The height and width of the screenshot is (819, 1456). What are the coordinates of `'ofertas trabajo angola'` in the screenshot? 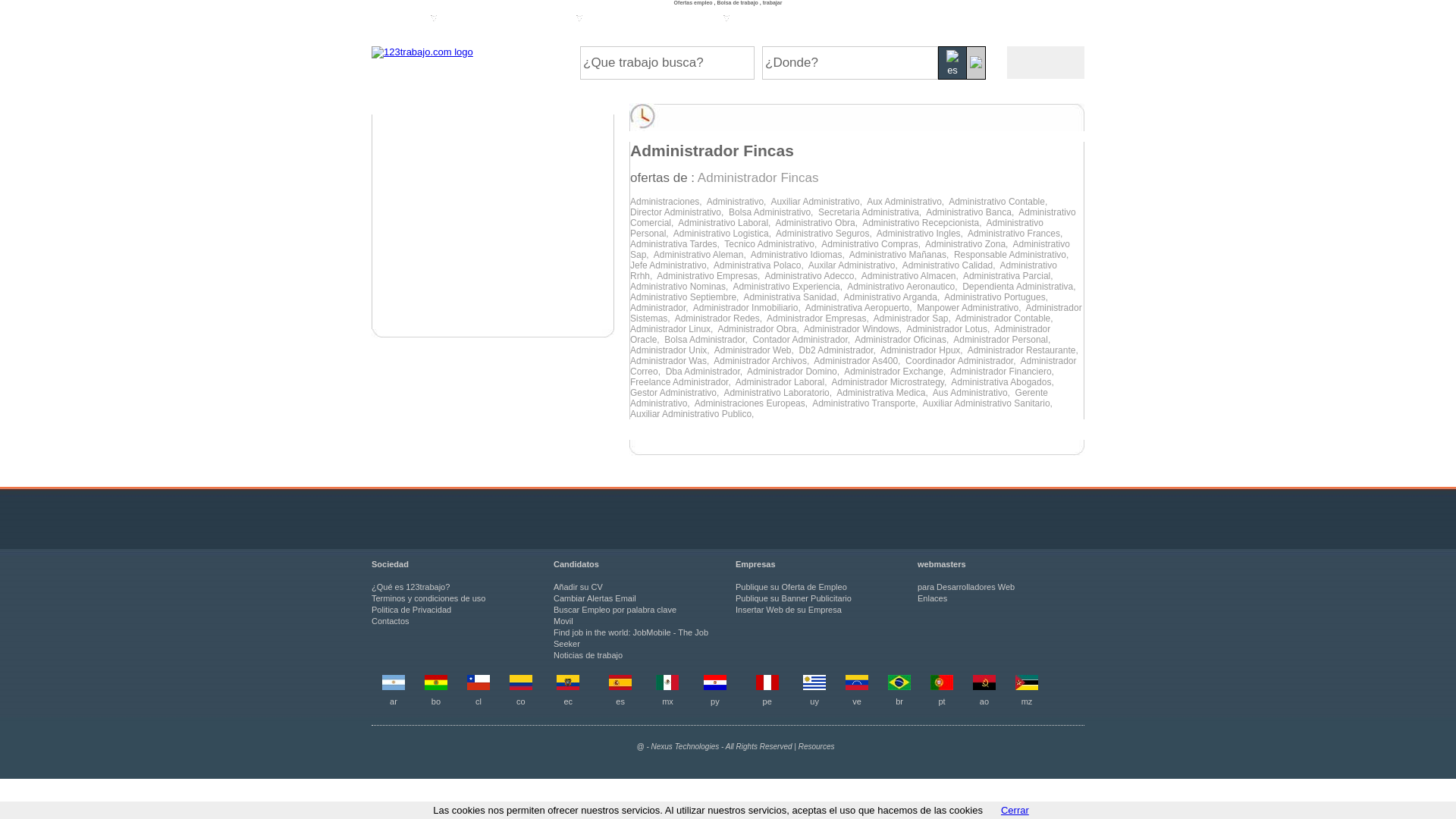 It's located at (972, 687).